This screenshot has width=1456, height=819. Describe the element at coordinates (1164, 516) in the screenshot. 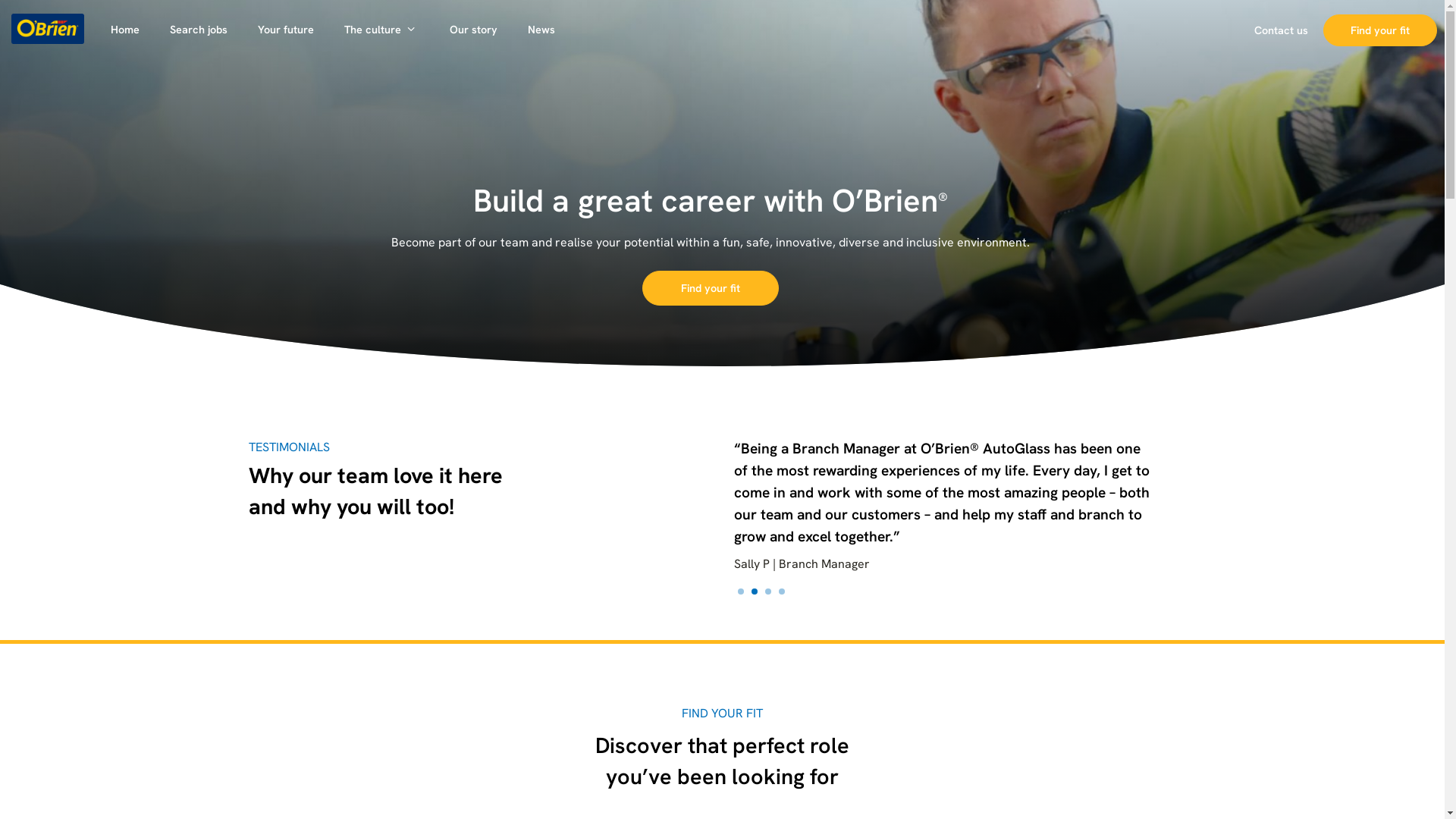

I see `'Next'` at that location.